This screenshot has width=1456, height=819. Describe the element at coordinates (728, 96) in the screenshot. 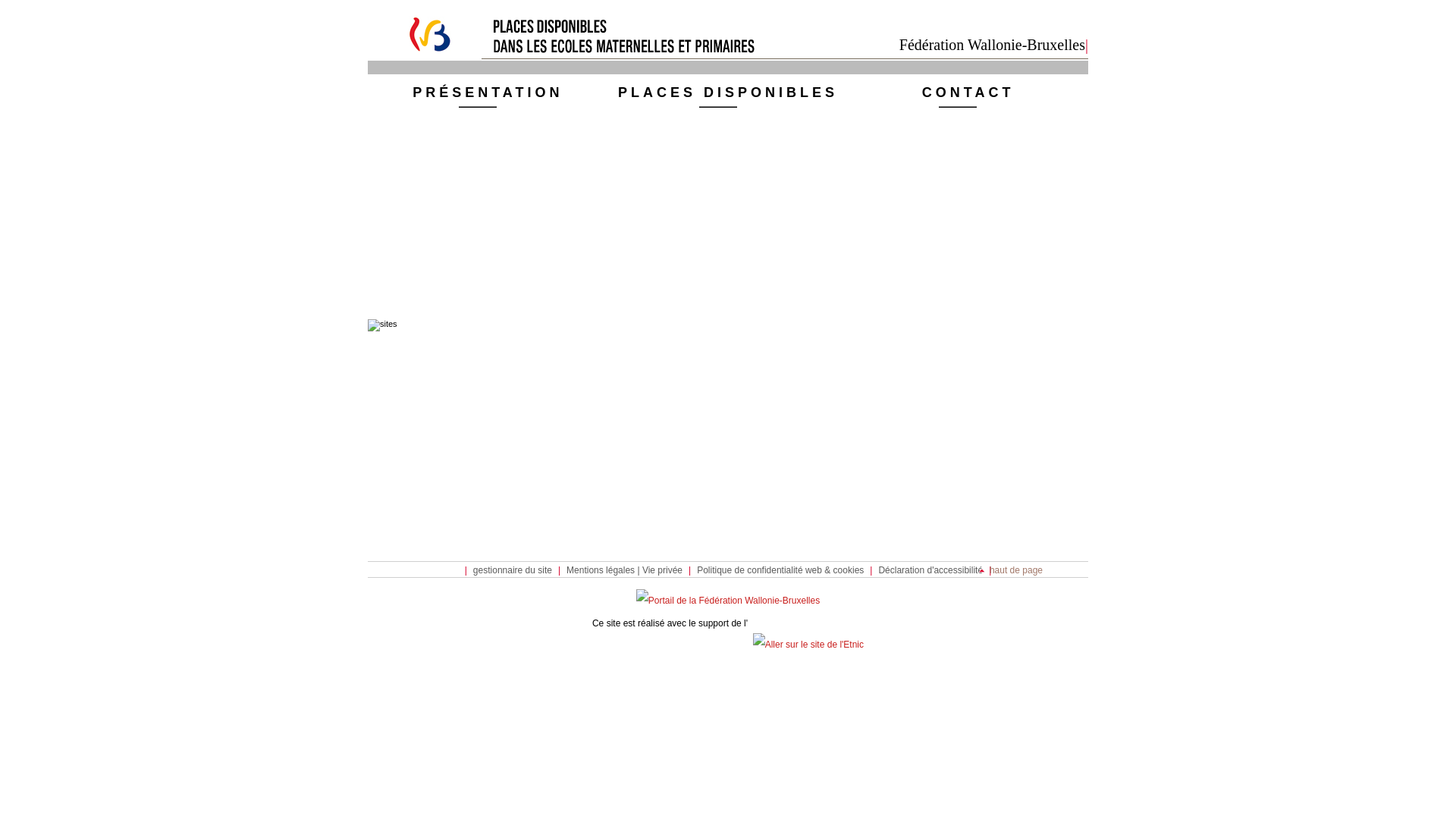

I see `'PLACES DISPONIBLES'` at that location.